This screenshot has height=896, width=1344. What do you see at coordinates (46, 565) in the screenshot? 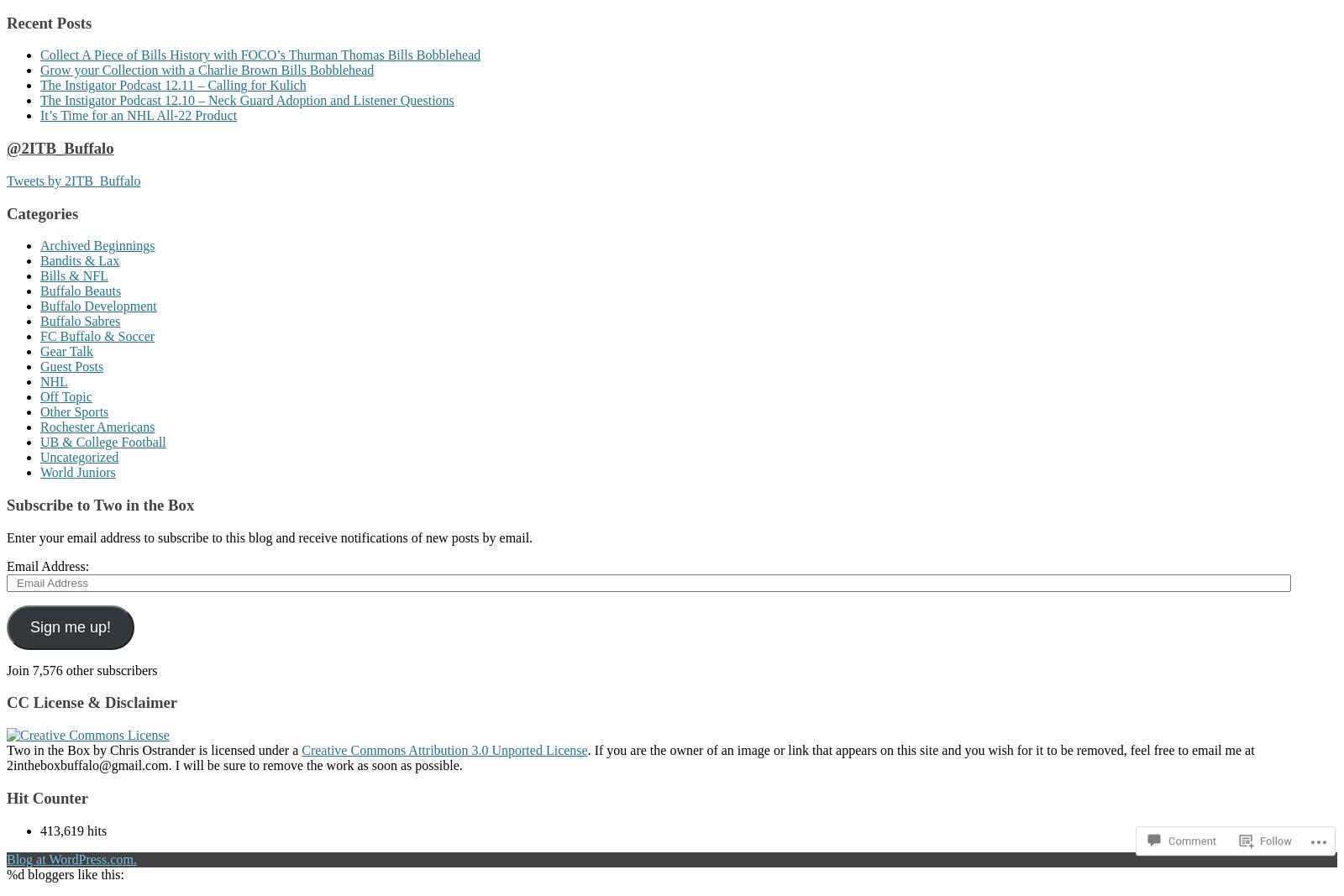
I see `'Email Address:'` at bounding box center [46, 565].